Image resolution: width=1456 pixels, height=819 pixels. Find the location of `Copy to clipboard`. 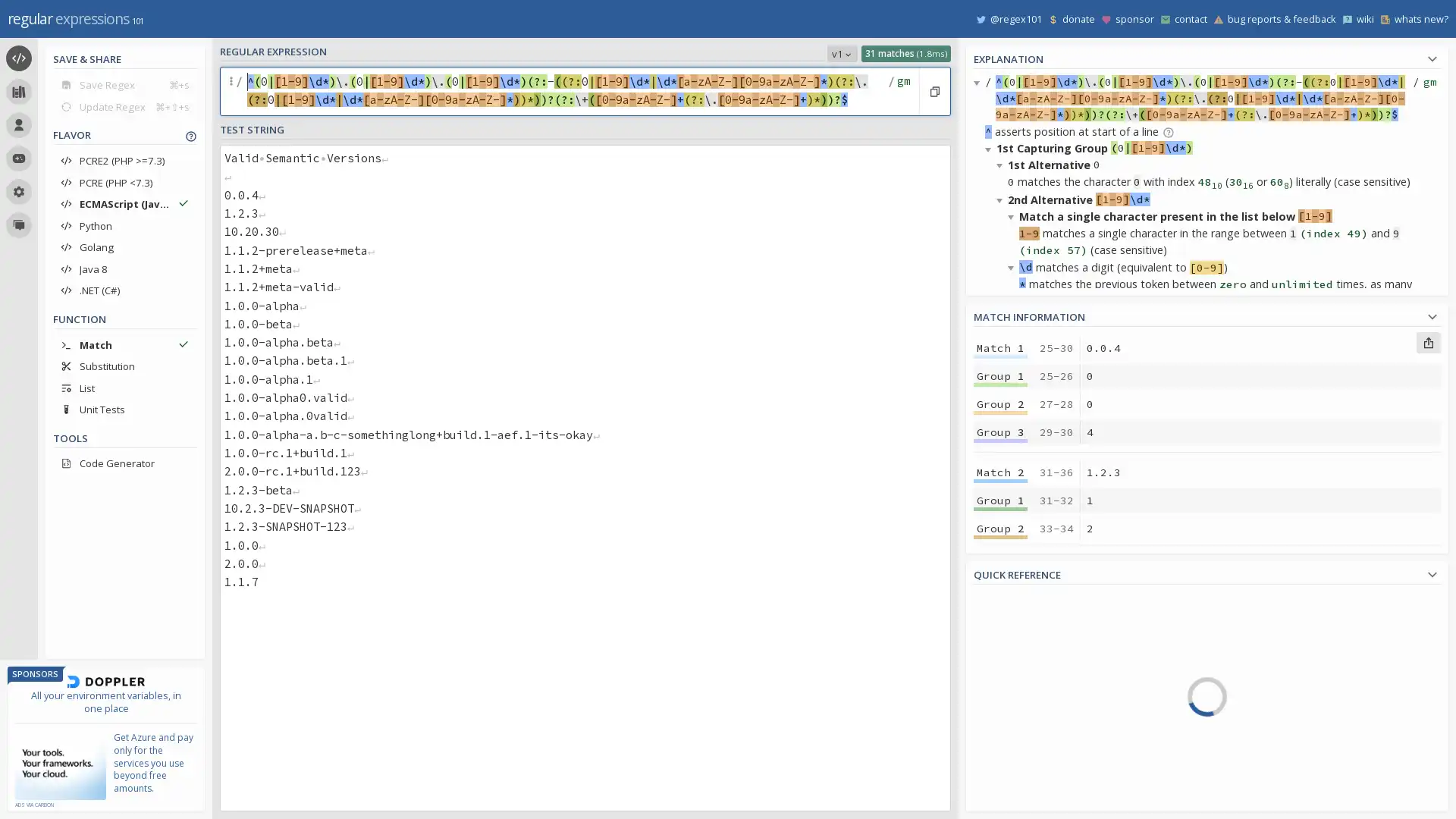

Copy to clipboard is located at coordinates (934, 91).